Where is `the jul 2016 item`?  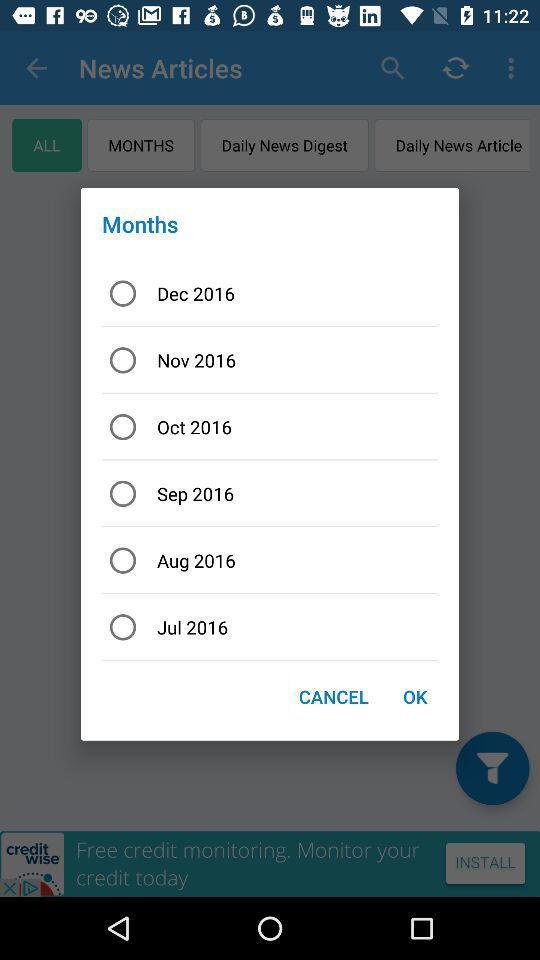
the jul 2016 item is located at coordinates (270, 626).